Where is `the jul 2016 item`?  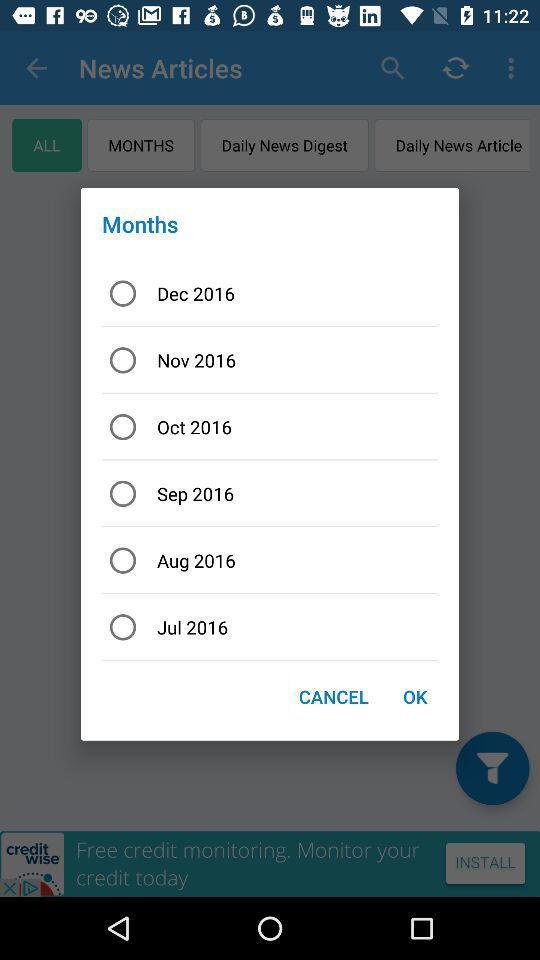
the jul 2016 item is located at coordinates (270, 626).